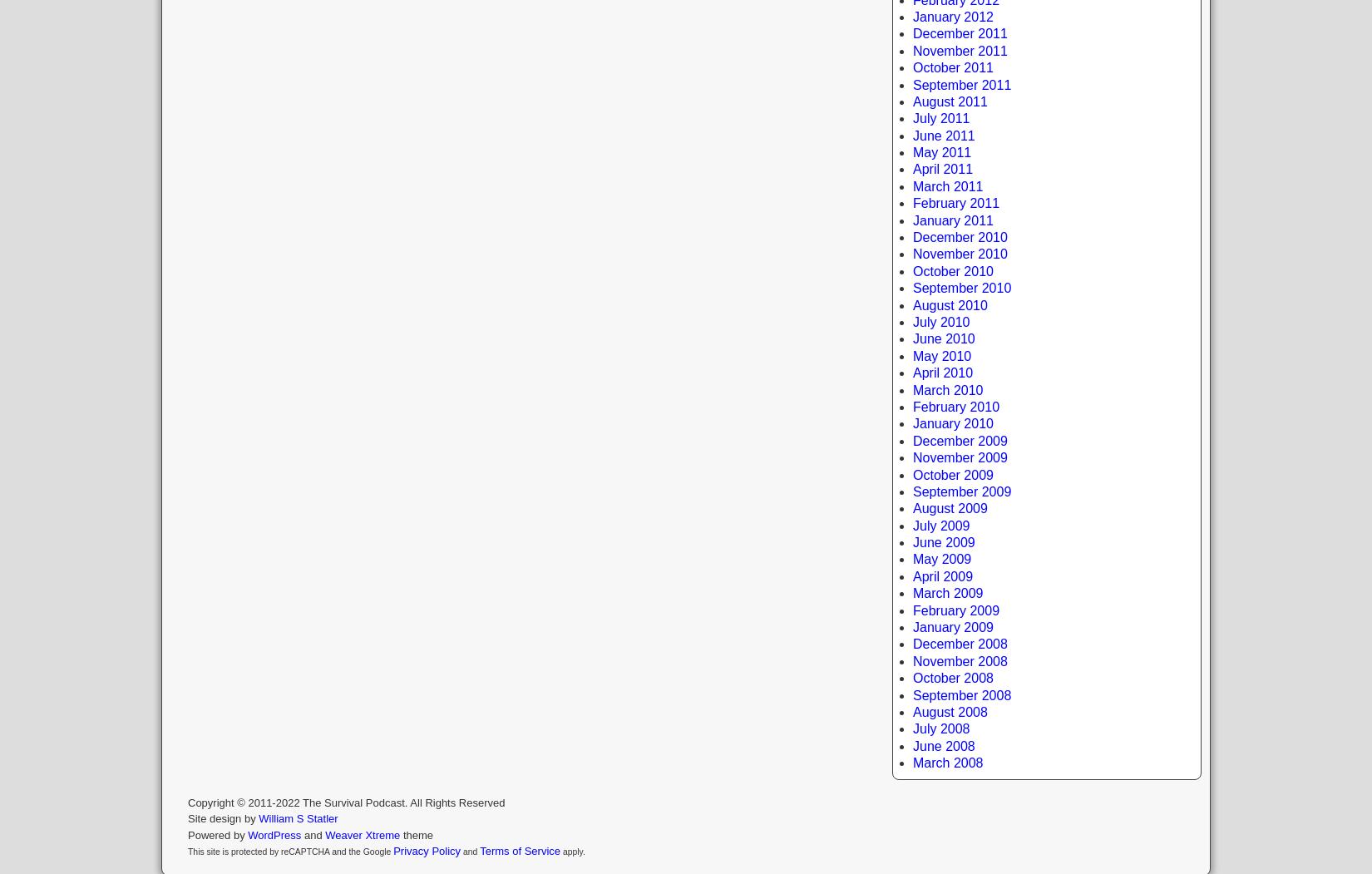 This screenshot has height=874, width=1372. I want to click on 'June 2011', so click(944, 135).